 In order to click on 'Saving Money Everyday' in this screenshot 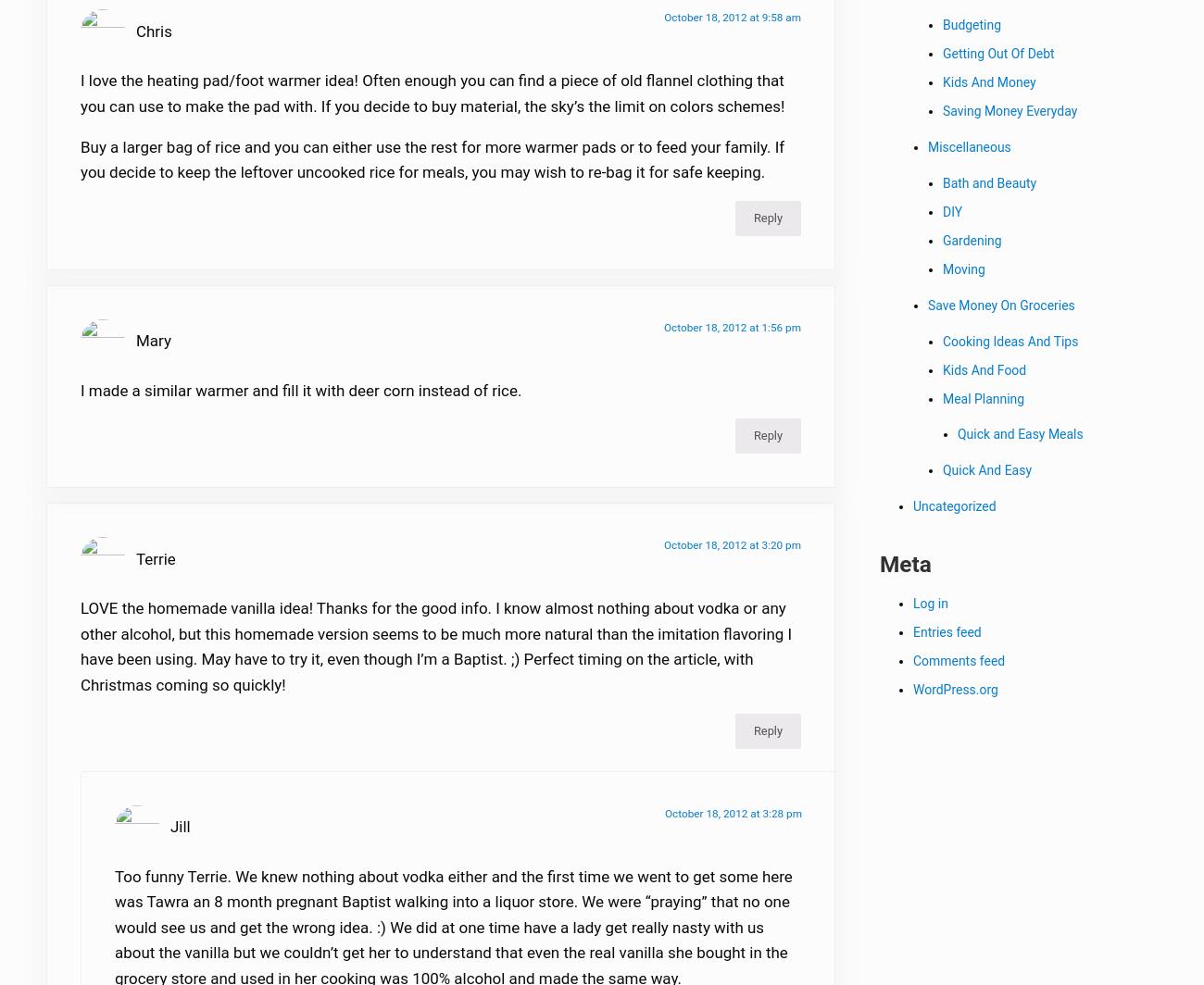, I will do `click(942, 113)`.